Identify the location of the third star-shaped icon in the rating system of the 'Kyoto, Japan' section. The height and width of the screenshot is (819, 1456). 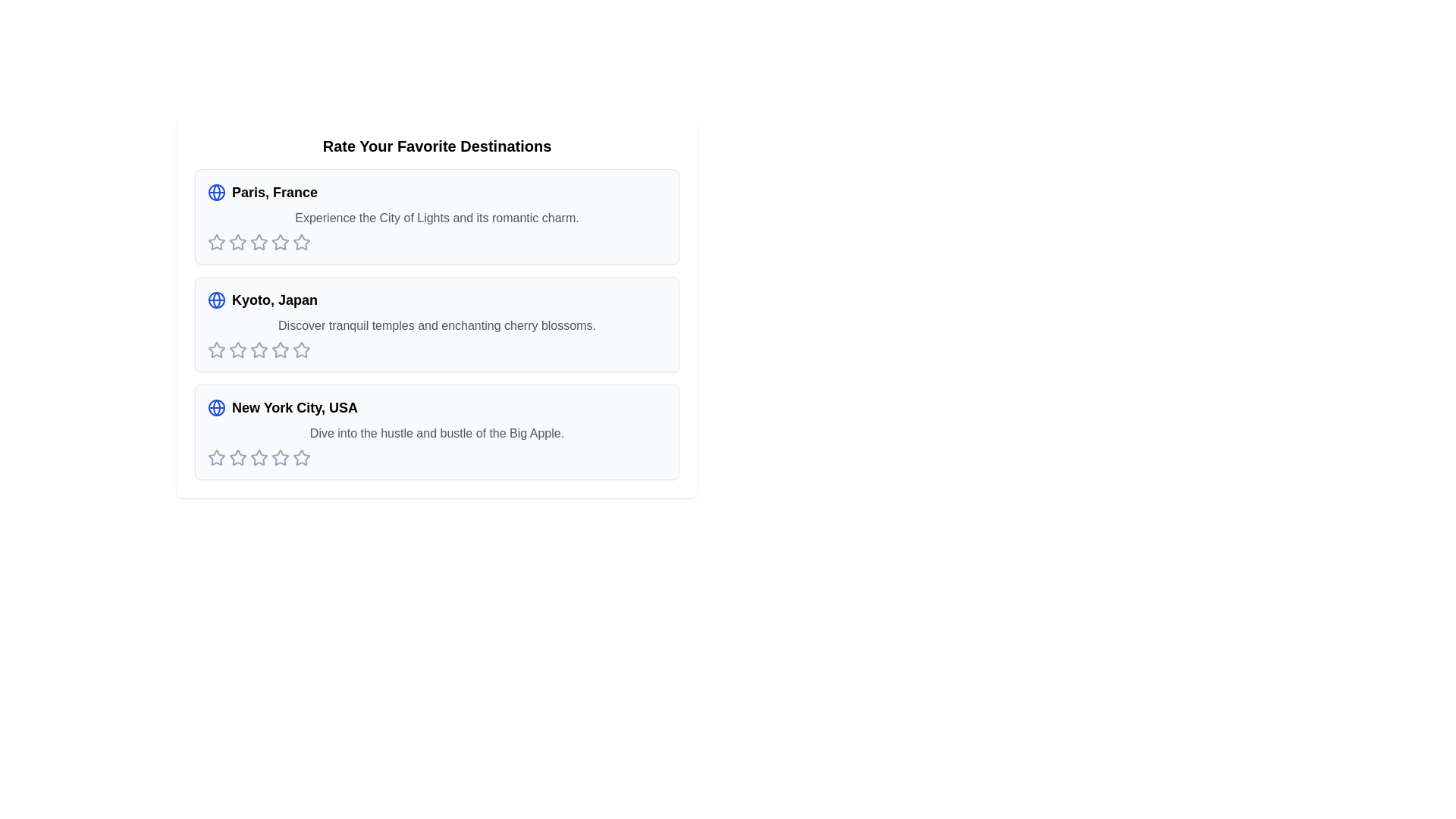
(237, 350).